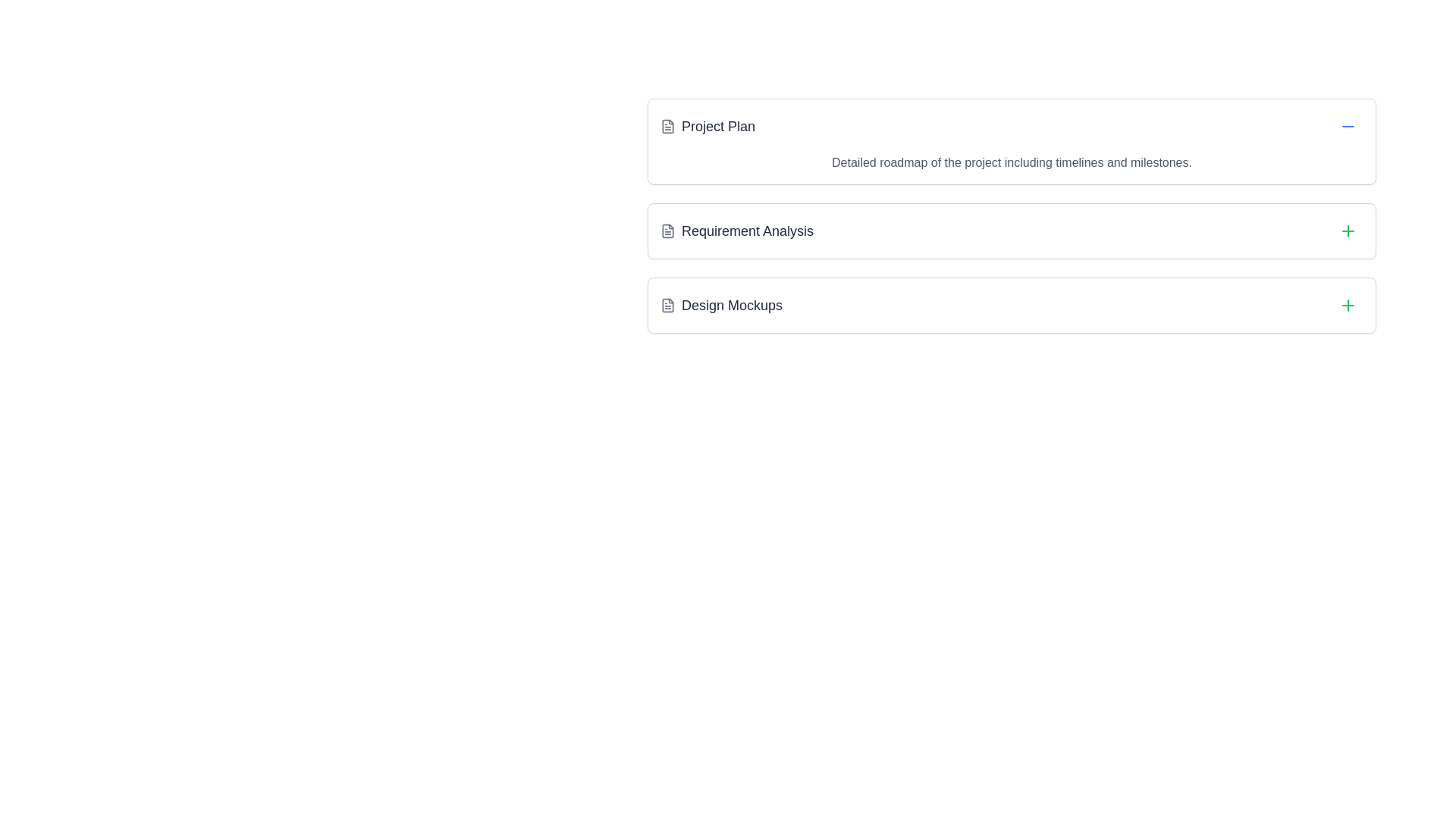 Image resolution: width=1456 pixels, height=819 pixels. I want to click on the circular green '+' icon button located to the right of the 'Design Mockups' section for visual feedback, so click(1348, 231).